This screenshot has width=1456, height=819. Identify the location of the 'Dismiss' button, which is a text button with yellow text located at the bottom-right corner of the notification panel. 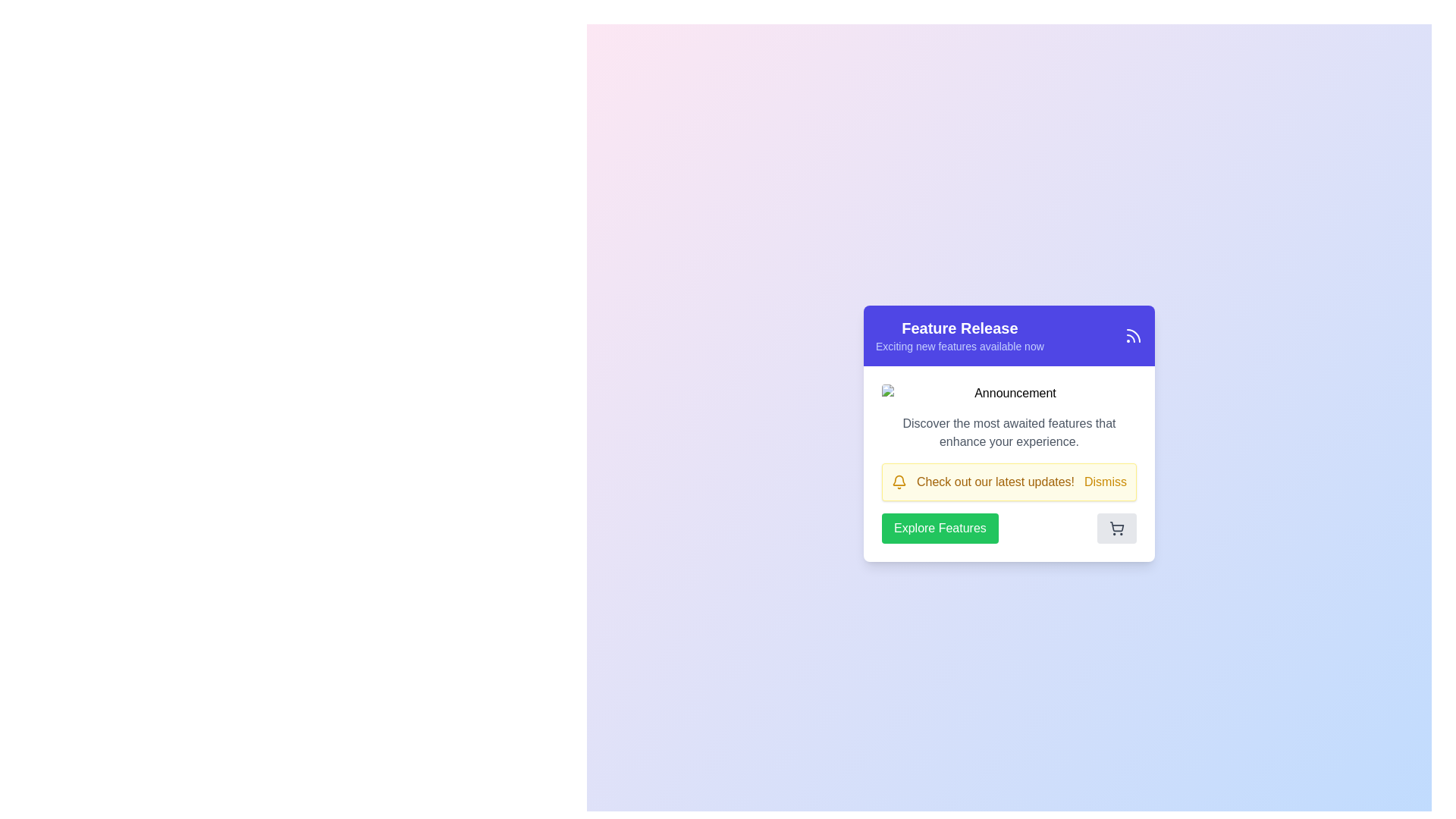
(1106, 482).